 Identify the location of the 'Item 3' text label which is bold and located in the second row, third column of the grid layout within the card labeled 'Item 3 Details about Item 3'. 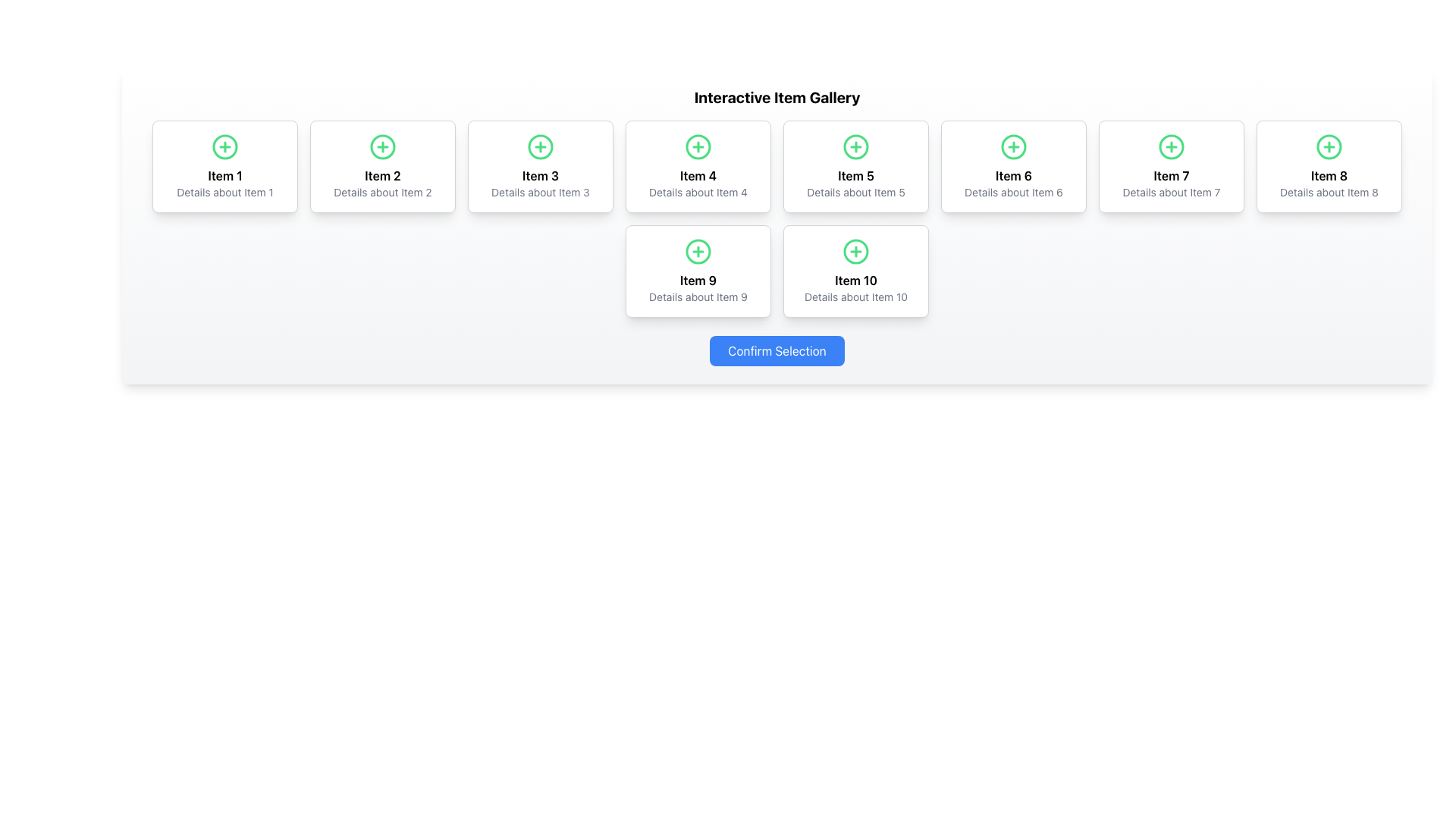
(541, 174).